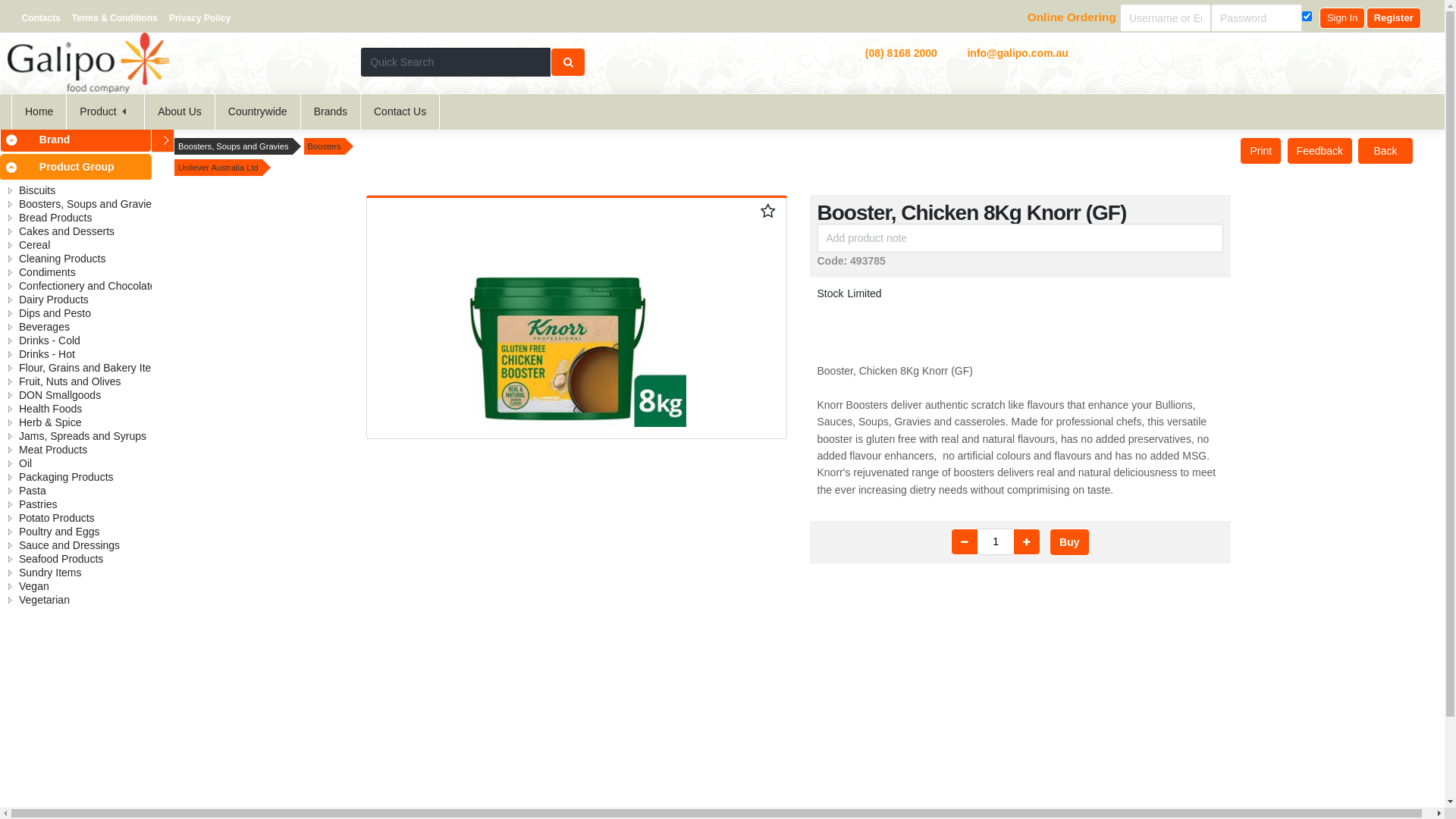 This screenshot has height=819, width=1456. I want to click on 'Sign In', so click(1318, 17).